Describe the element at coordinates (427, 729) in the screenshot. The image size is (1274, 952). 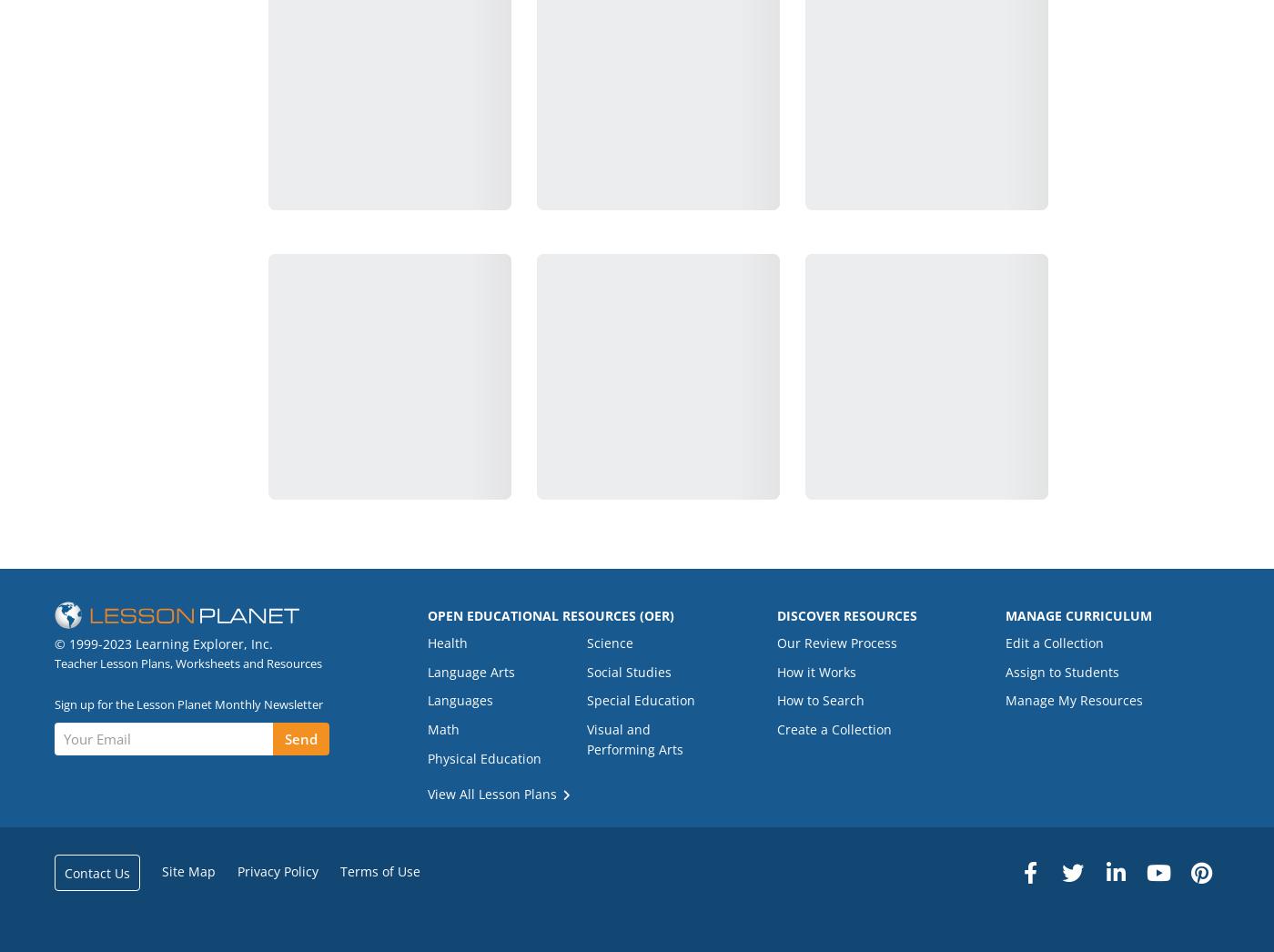
I see `'Math'` at that location.